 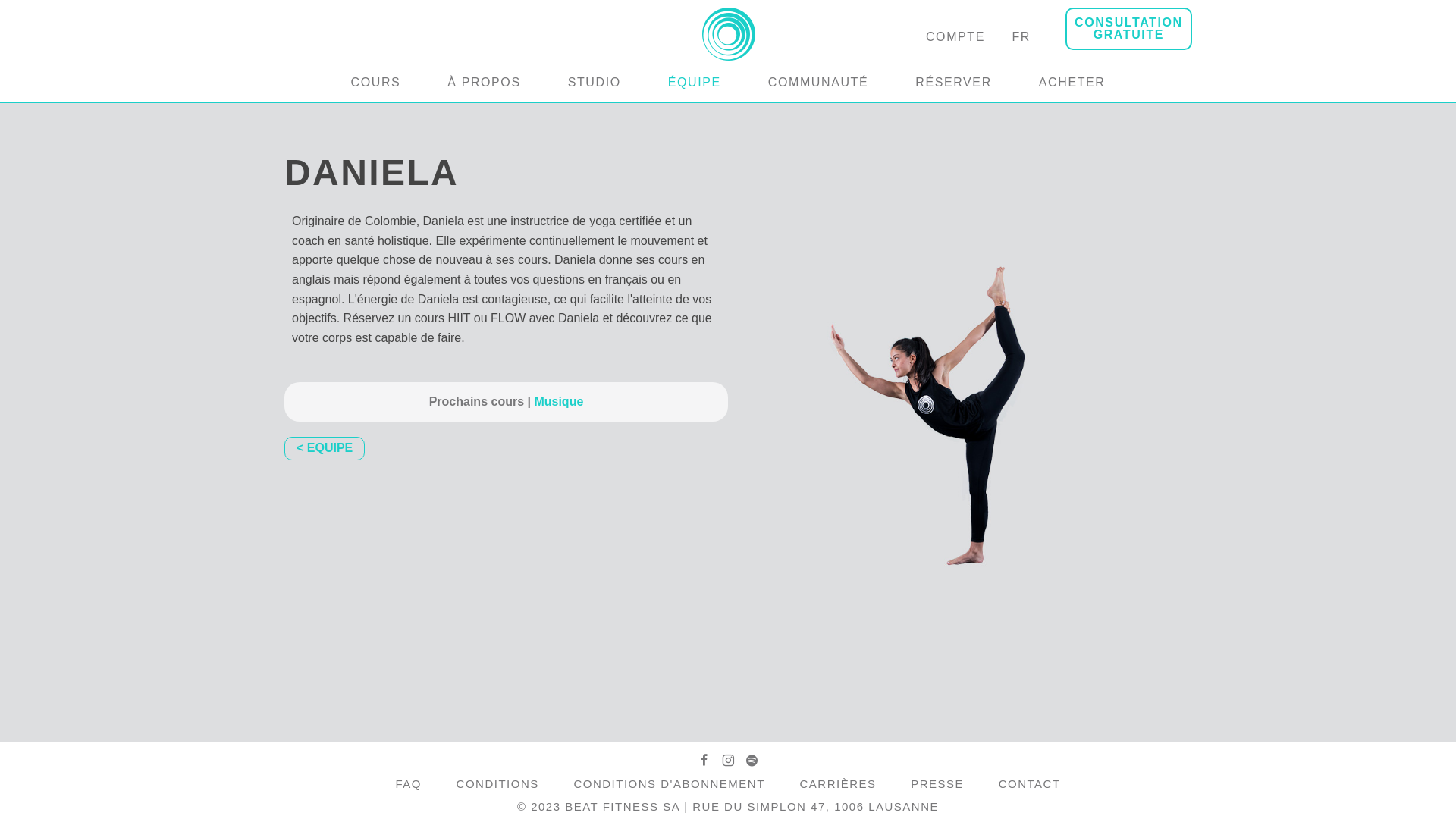 What do you see at coordinates (954, 36) in the screenshot?
I see `'COMPTE'` at bounding box center [954, 36].